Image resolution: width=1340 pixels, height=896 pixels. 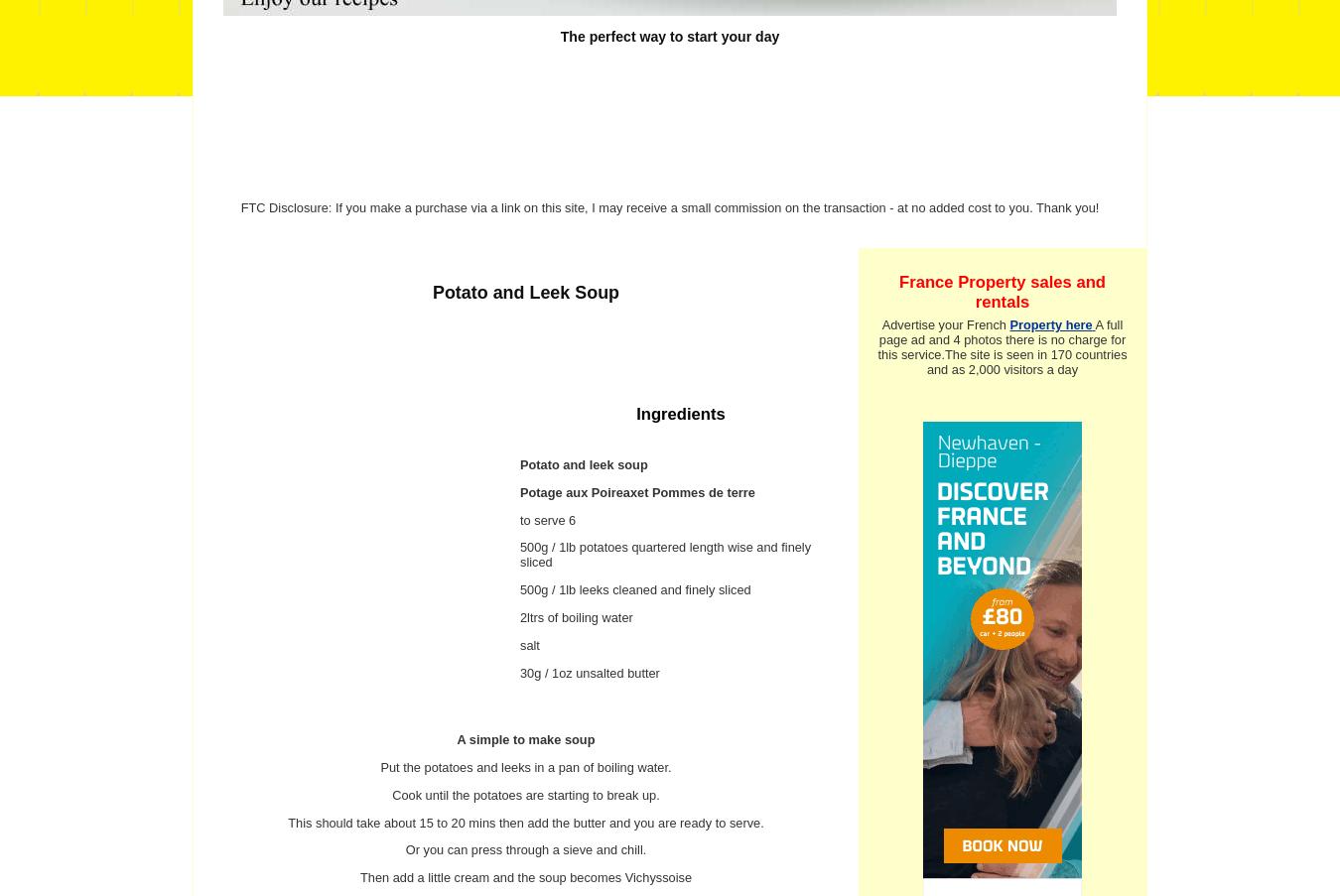 I want to click on '500g / 1lb leeks cleaned and finely sliced', so click(x=635, y=589).